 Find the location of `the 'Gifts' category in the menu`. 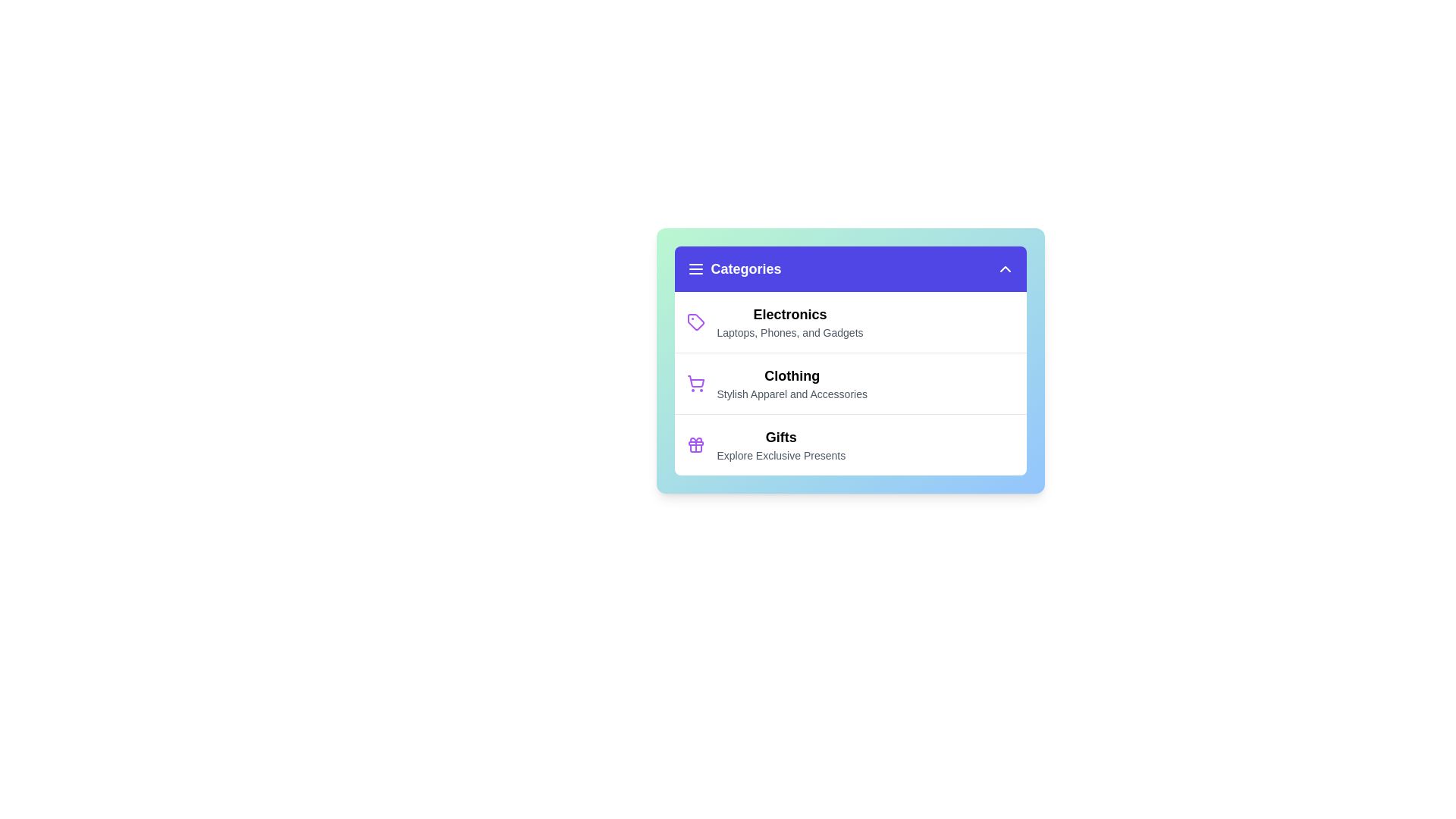

the 'Gifts' category in the menu is located at coordinates (781, 444).